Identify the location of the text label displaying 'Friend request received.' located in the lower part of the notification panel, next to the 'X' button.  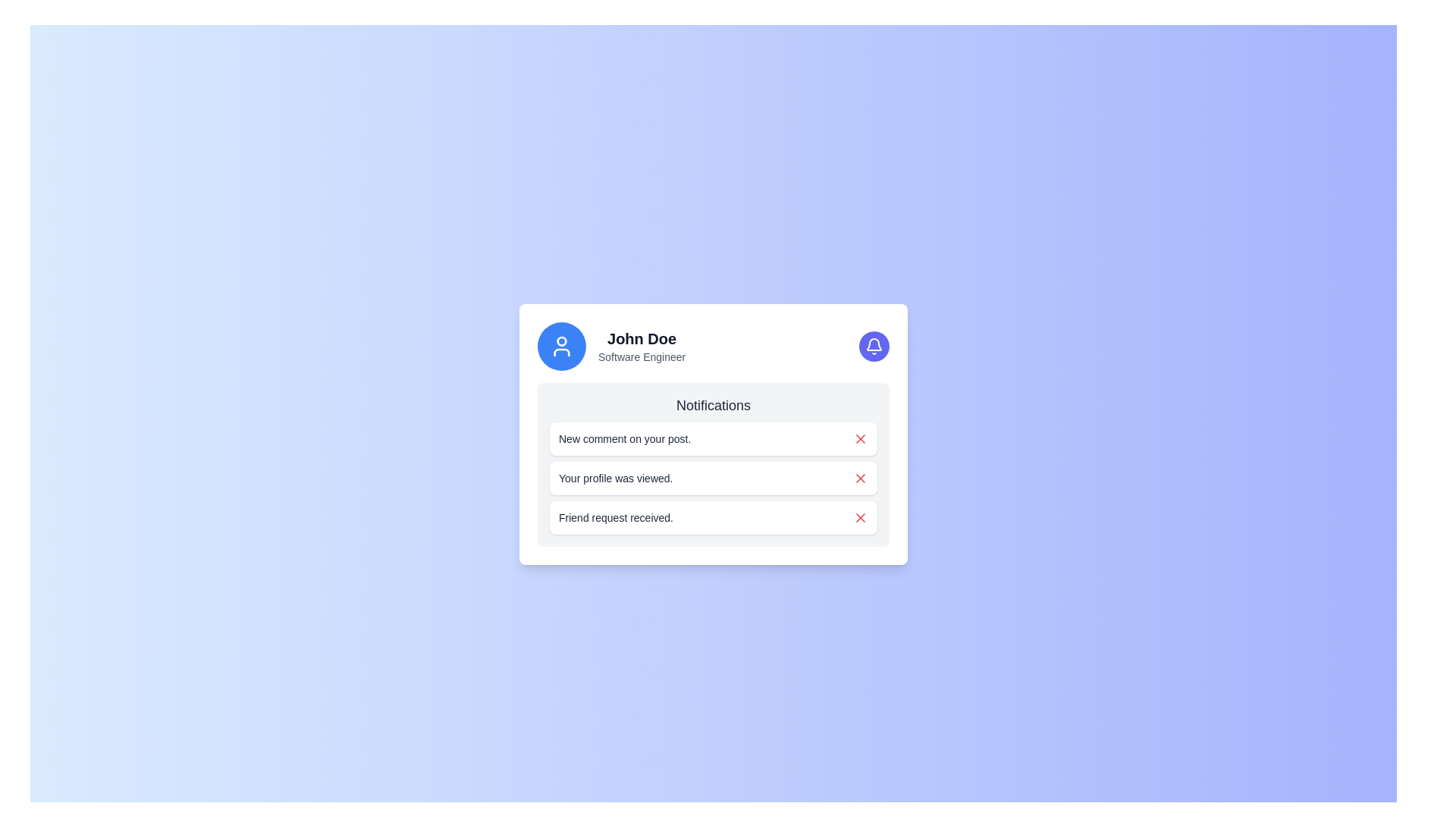
(616, 516).